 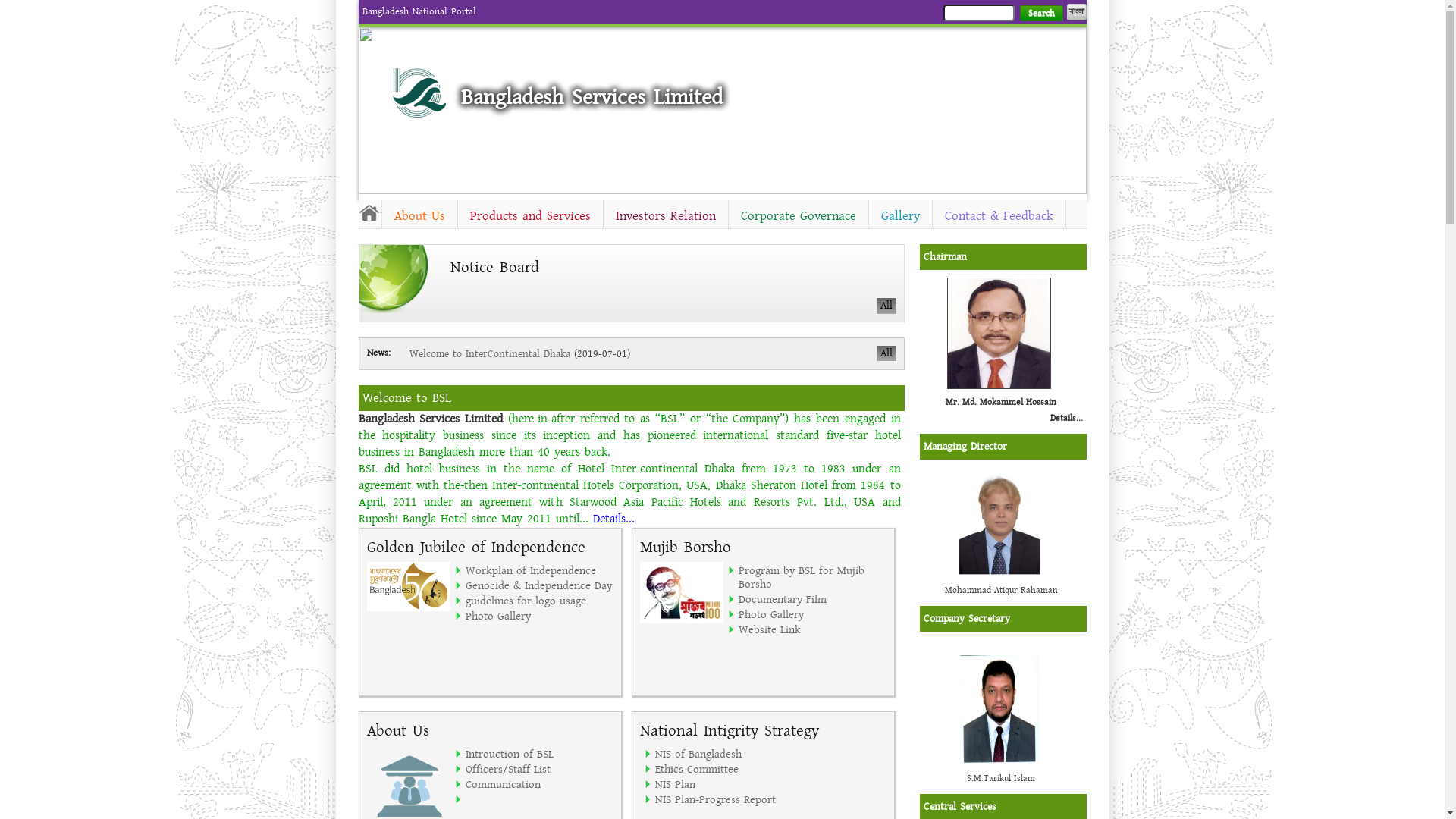 What do you see at coordinates (419, 93) in the screenshot?
I see `'Home'` at bounding box center [419, 93].